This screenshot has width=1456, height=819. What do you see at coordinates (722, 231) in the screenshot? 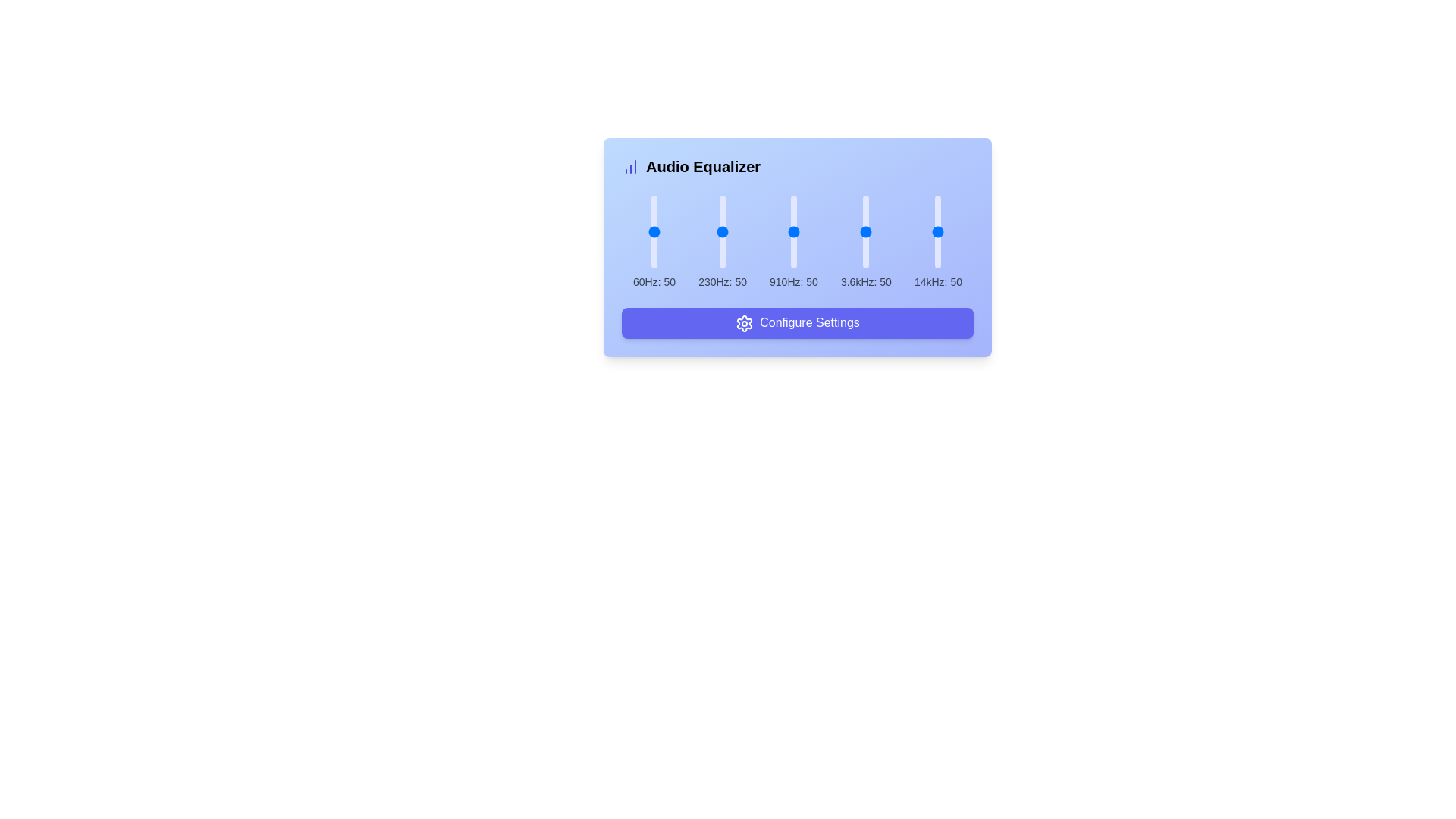
I see `the audio frequency slider control for the 230Hz band` at bounding box center [722, 231].